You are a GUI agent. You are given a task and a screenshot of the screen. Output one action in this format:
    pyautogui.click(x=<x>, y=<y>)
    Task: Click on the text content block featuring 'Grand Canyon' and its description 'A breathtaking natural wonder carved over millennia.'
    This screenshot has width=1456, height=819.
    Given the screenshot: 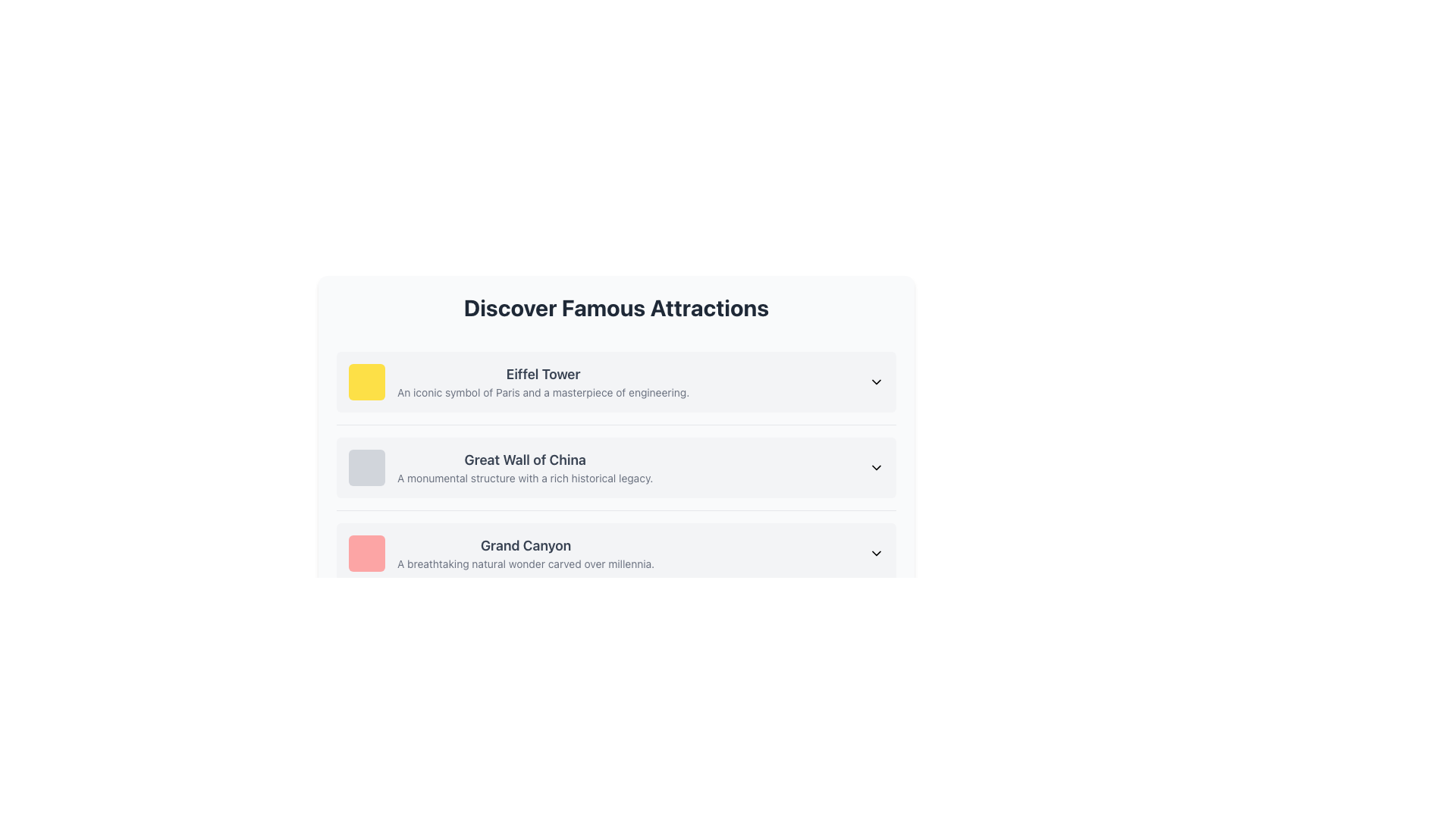 What is the action you would take?
    pyautogui.click(x=526, y=553)
    